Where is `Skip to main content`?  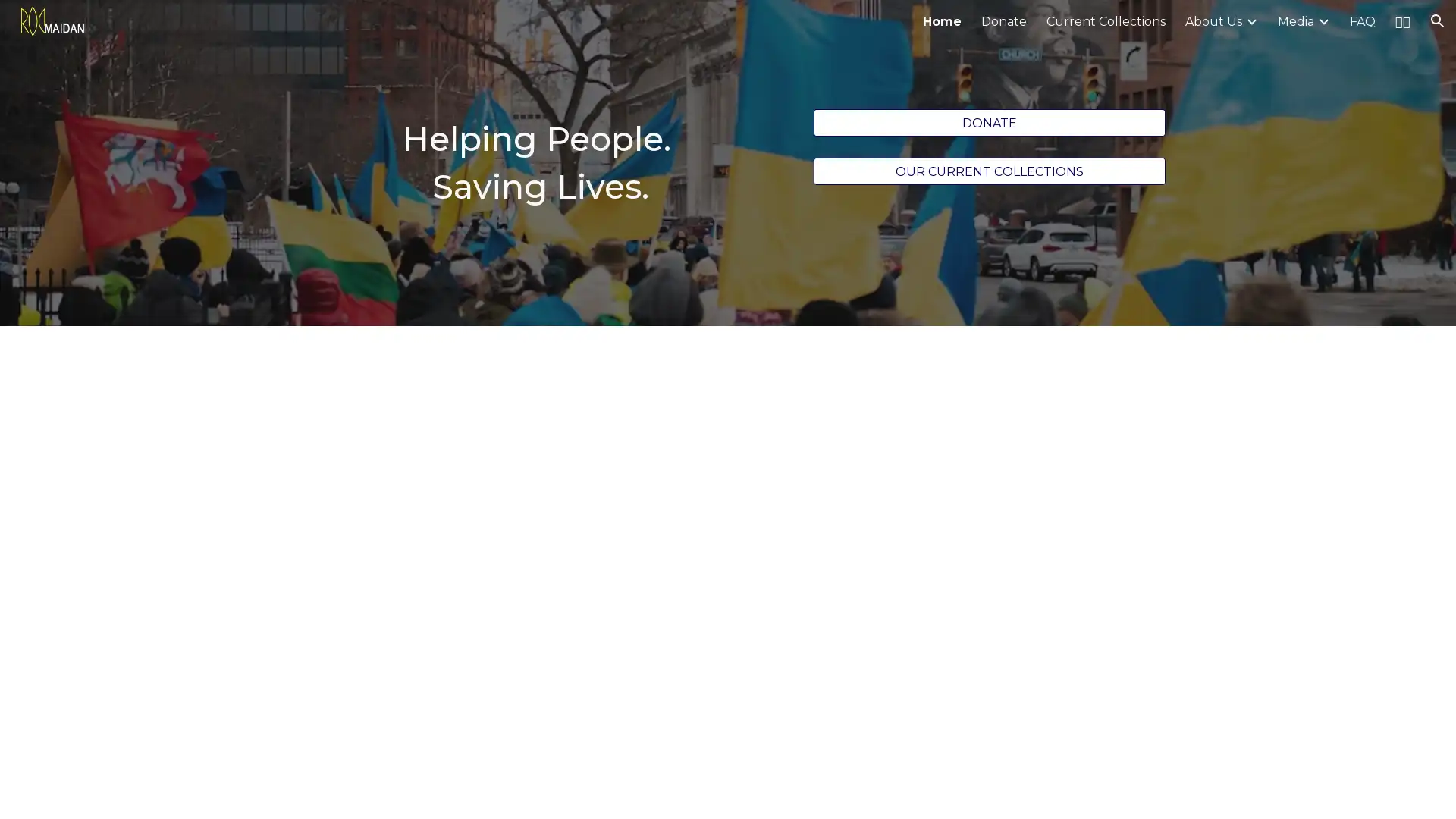 Skip to main content is located at coordinates (597, 28).